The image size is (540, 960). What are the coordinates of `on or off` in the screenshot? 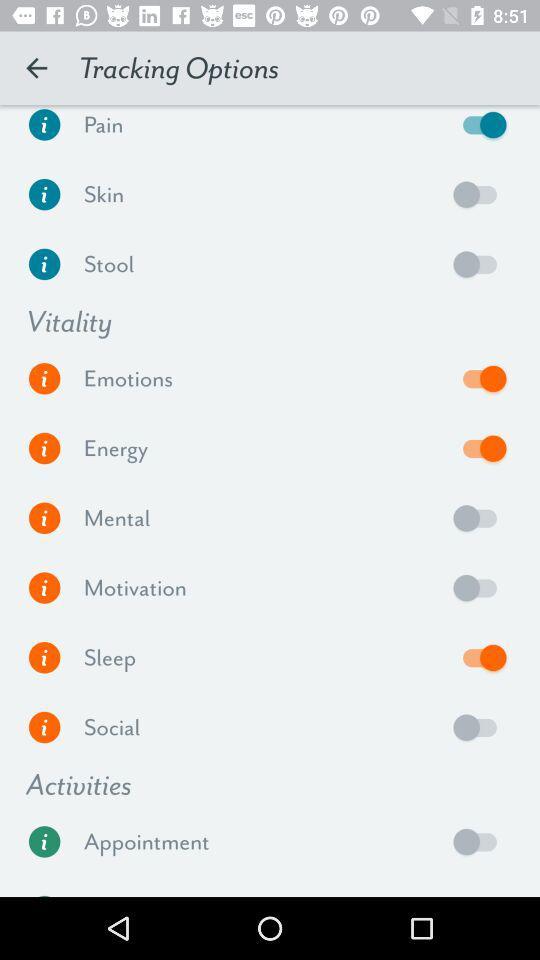 It's located at (479, 263).